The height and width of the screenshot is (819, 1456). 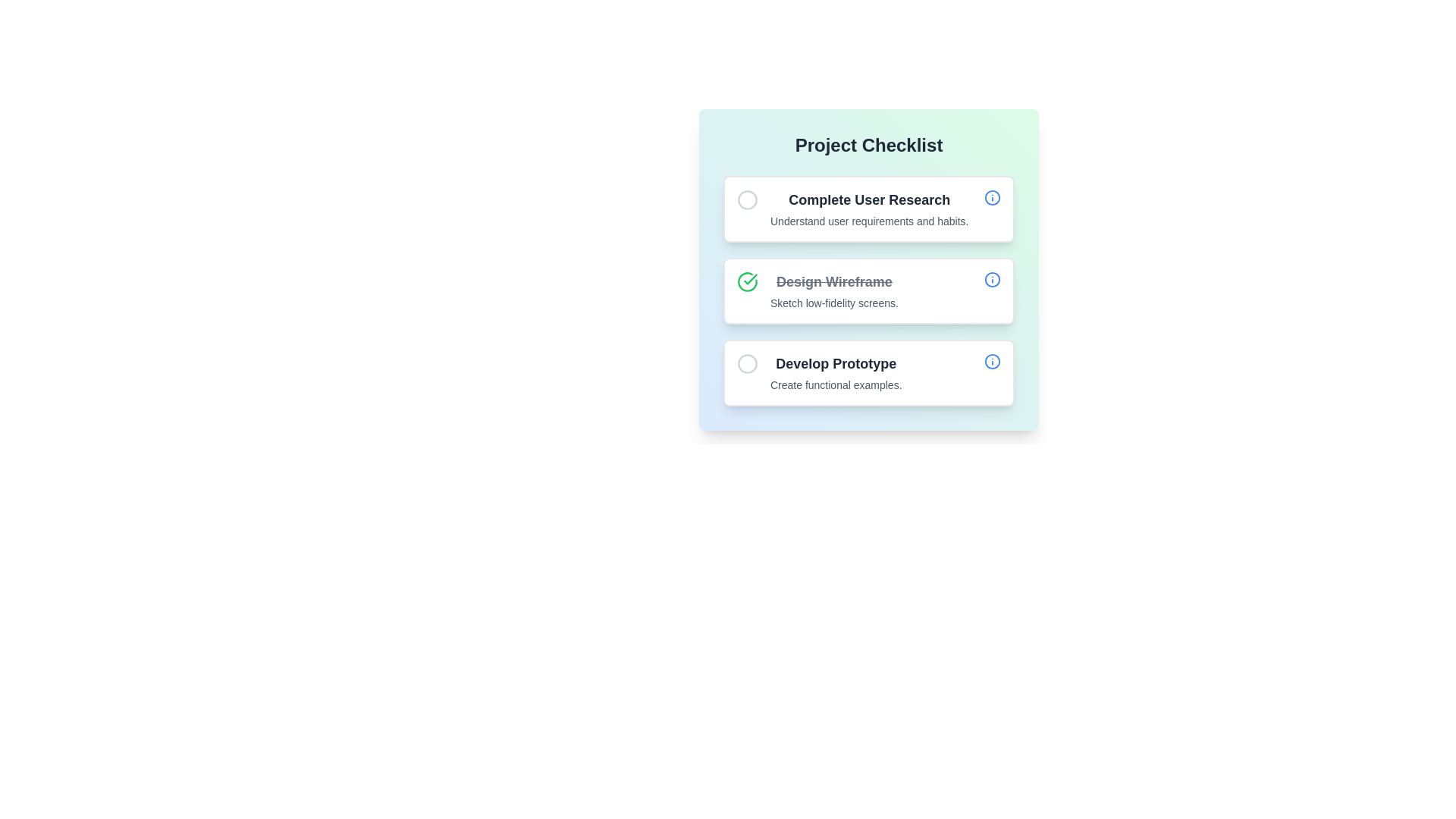 I want to click on the checkbox located to the left of the text 'Develop Prototype' for keyboard interaction, so click(x=747, y=363).